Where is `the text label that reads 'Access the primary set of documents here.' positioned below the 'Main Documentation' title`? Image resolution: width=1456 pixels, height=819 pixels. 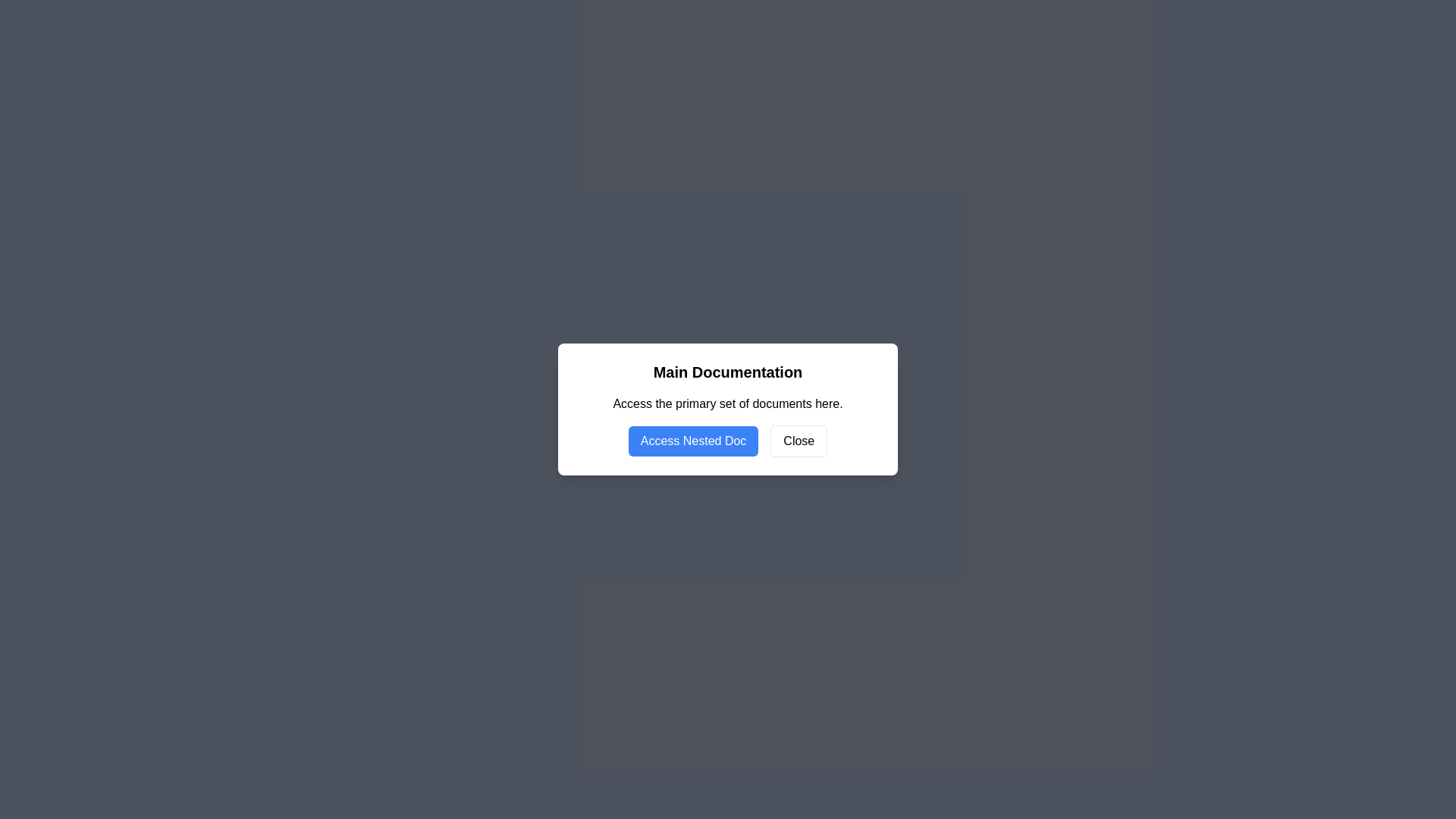
the text label that reads 'Access the primary set of documents here.' positioned below the 'Main Documentation' title is located at coordinates (728, 403).